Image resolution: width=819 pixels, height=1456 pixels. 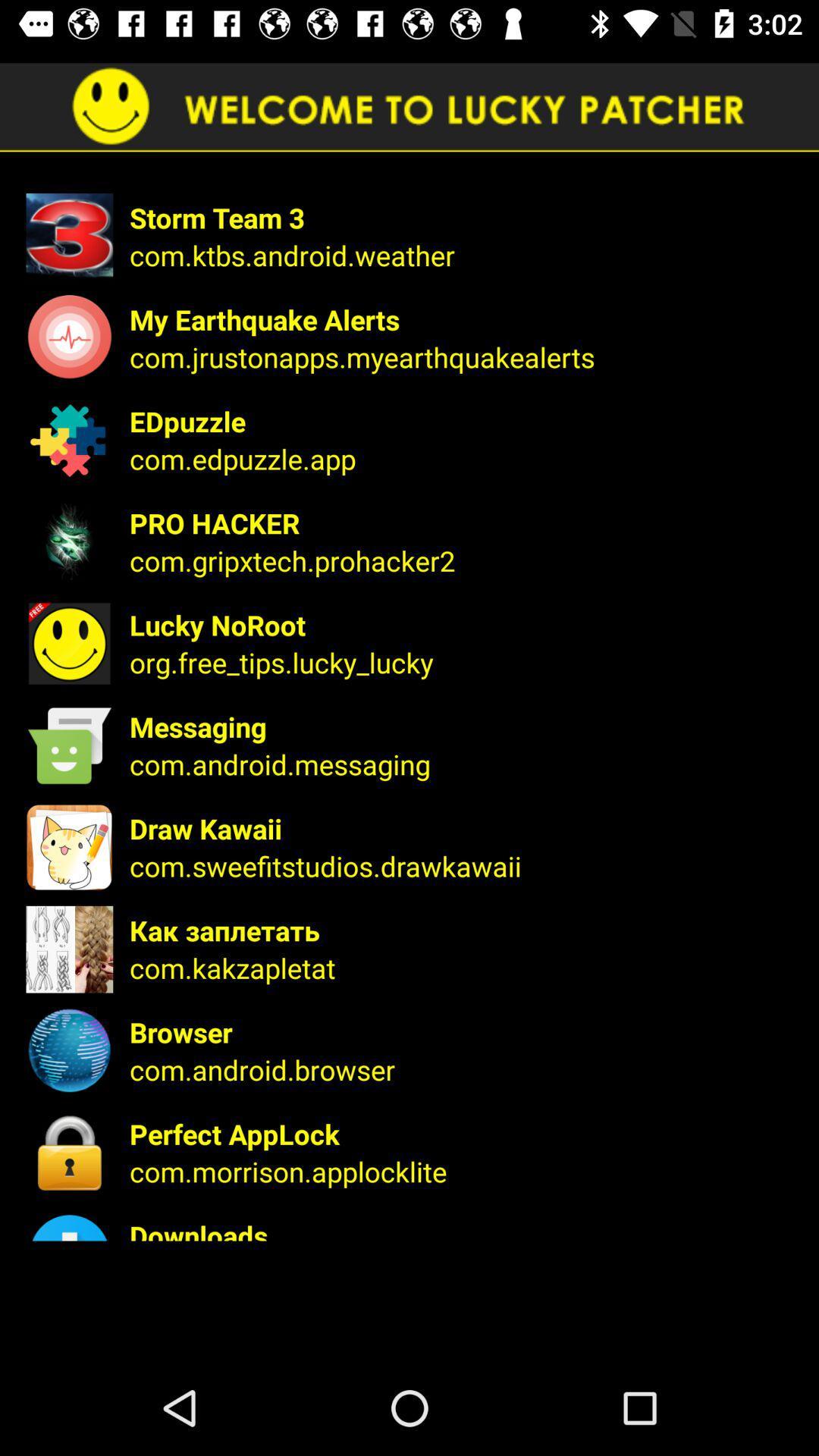 I want to click on the app above com.sweefitstudios.drawkawaii icon, so click(x=463, y=827).